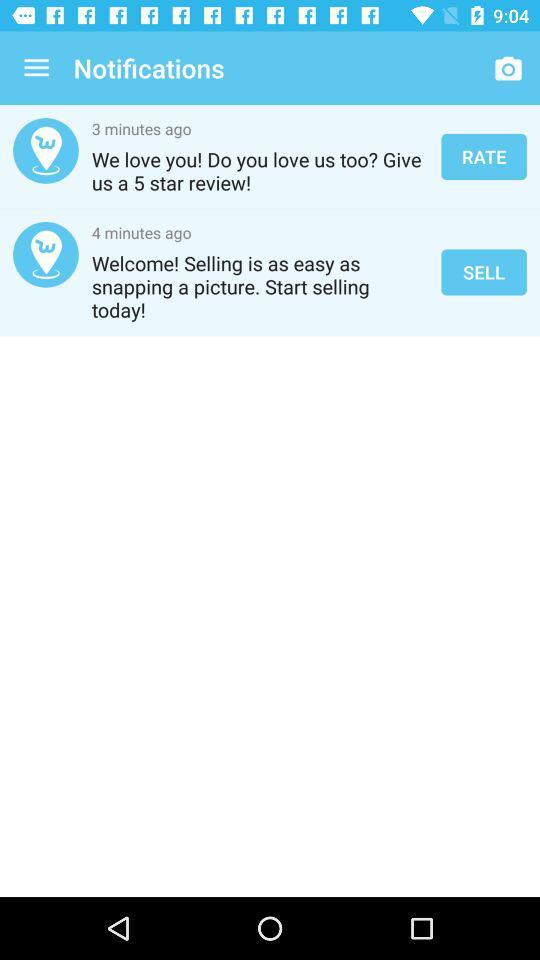 This screenshot has height=960, width=540. Describe the element at coordinates (483, 155) in the screenshot. I see `item above sell` at that location.